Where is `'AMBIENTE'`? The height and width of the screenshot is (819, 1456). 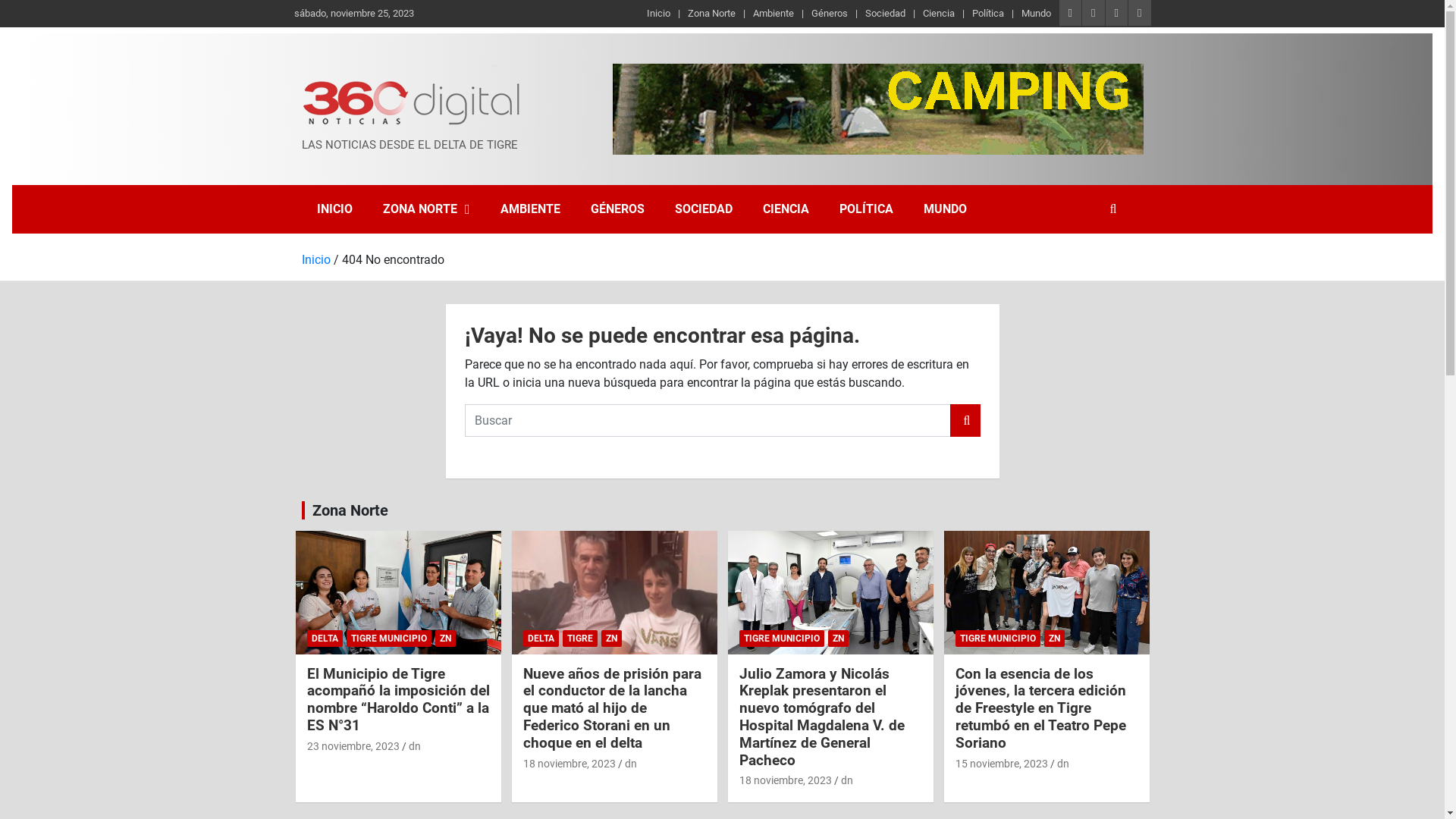 'AMBIENTE' is located at coordinates (530, 209).